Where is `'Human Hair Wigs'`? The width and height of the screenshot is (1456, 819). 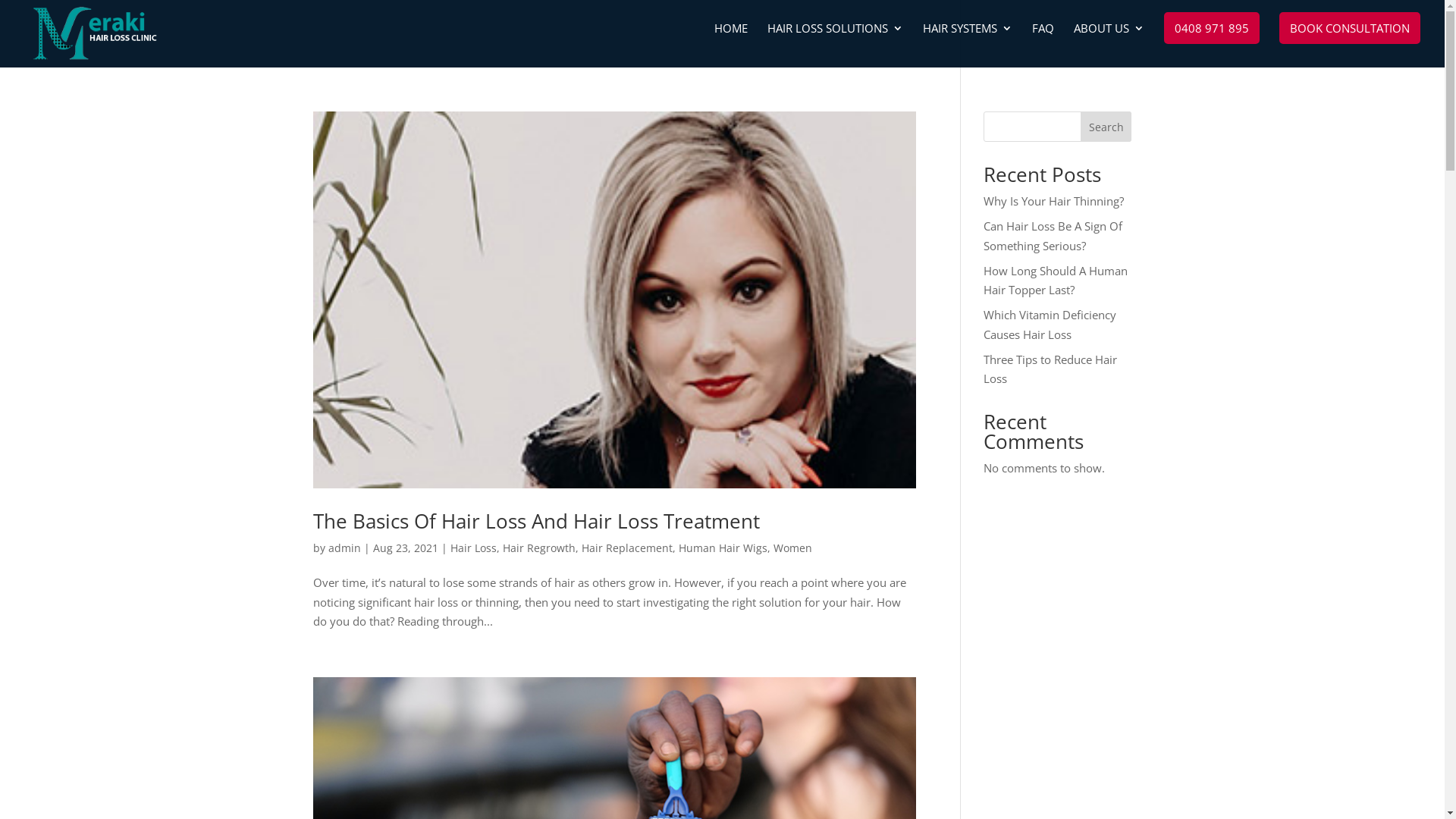
'Human Hair Wigs' is located at coordinates (721, 548).